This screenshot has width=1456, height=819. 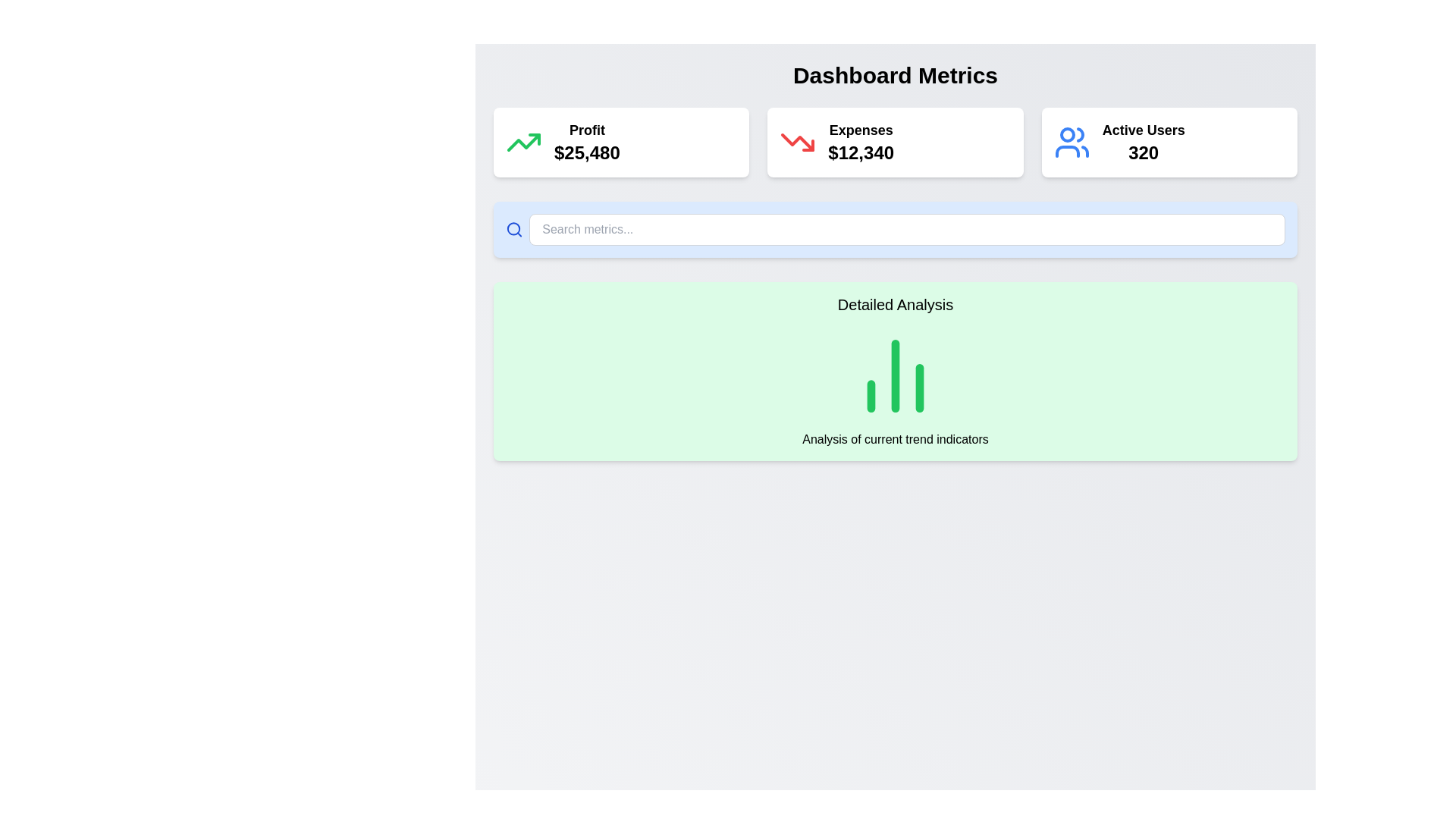 What do you see at coordinates (586, 130) in the screenshot?
I see `the 'Profit' text label located in the upper-left section of the dashboard, which indicates the metric displayed below it` at bounding box center [586, 130].